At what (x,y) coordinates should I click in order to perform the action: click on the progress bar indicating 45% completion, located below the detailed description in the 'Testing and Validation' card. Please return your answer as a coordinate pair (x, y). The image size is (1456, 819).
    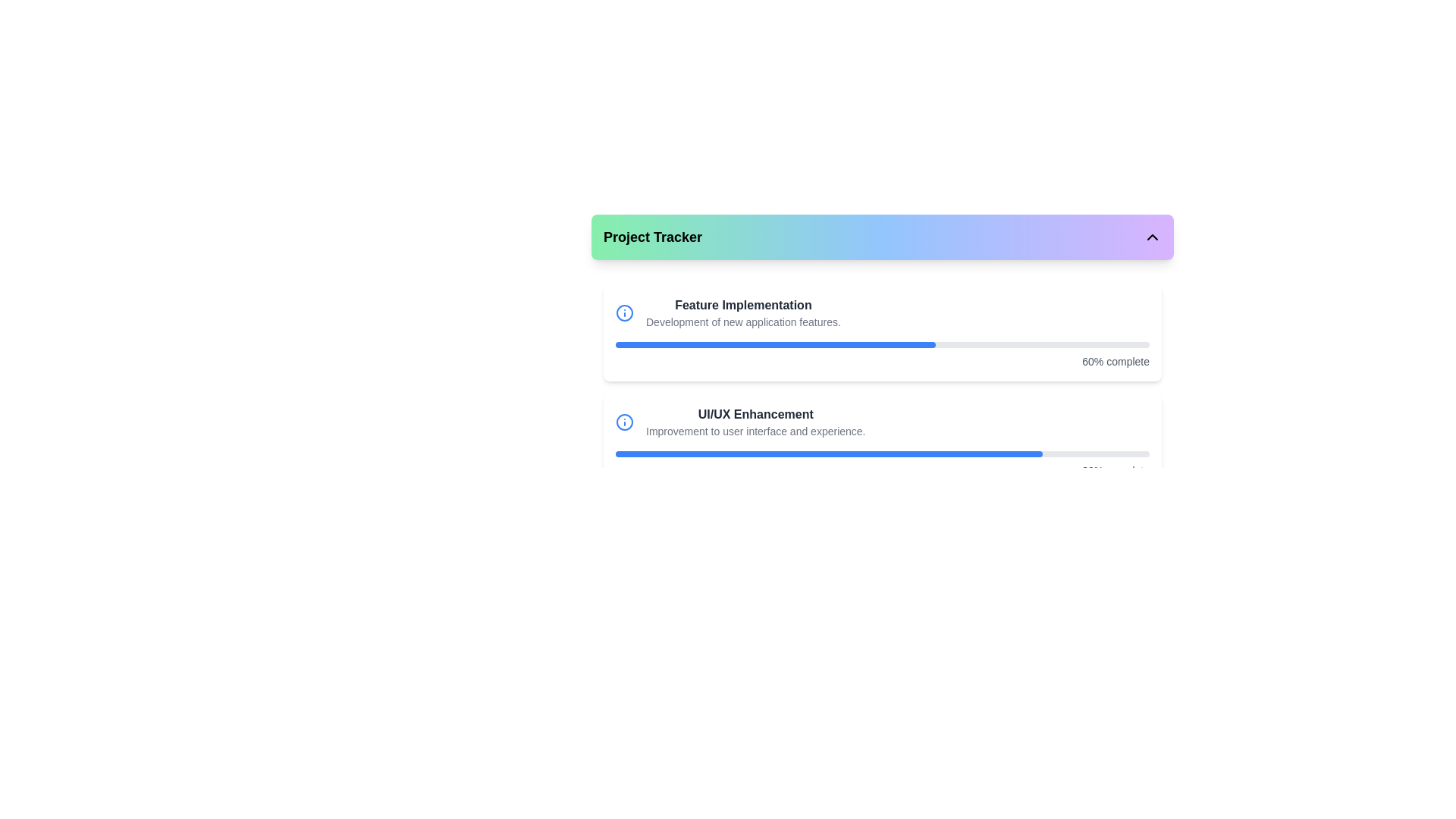
    Looking at the image, I should click on (882, 563).